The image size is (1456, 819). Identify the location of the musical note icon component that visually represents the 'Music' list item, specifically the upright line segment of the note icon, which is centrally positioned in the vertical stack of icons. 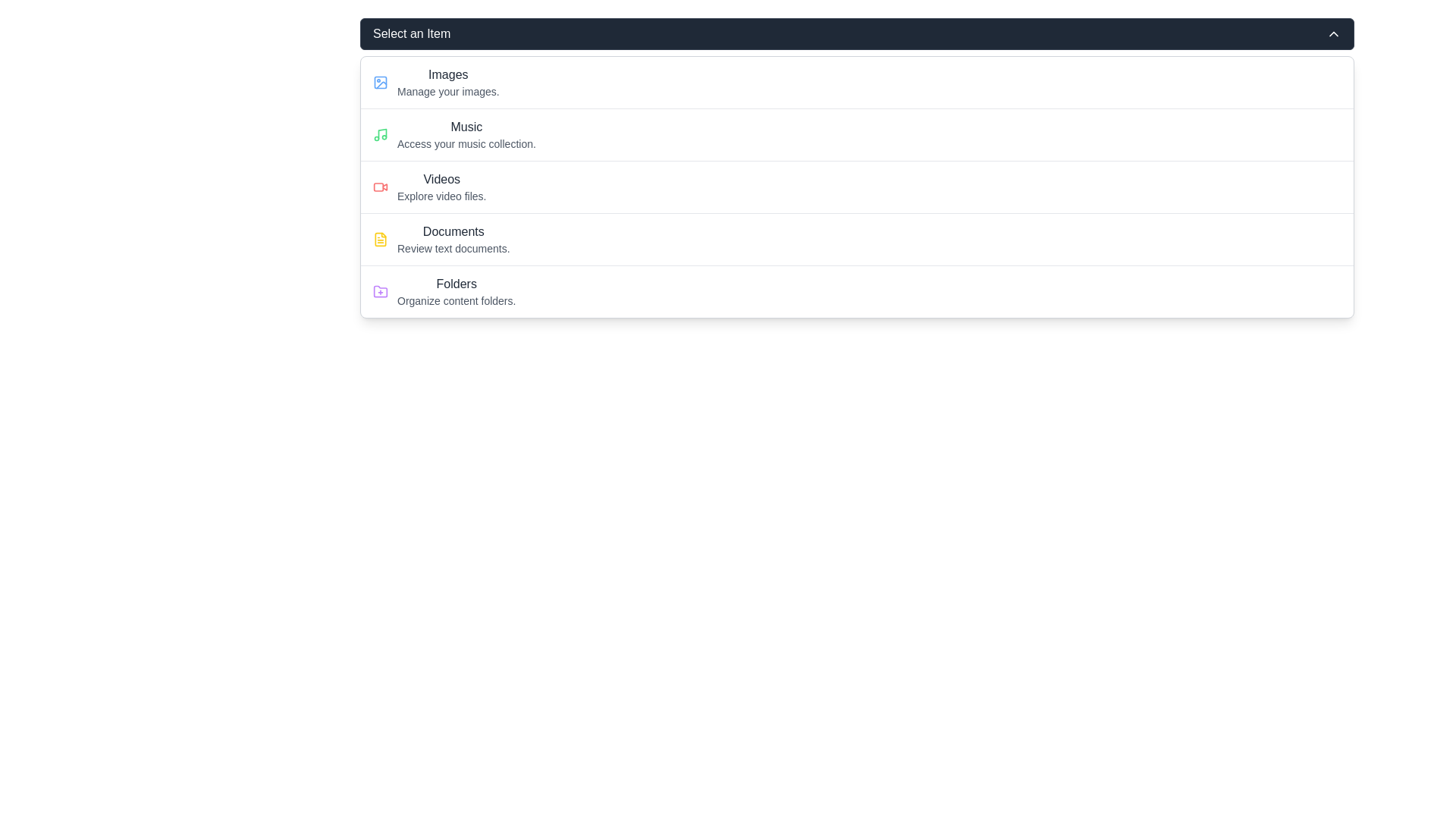
(382, 133).